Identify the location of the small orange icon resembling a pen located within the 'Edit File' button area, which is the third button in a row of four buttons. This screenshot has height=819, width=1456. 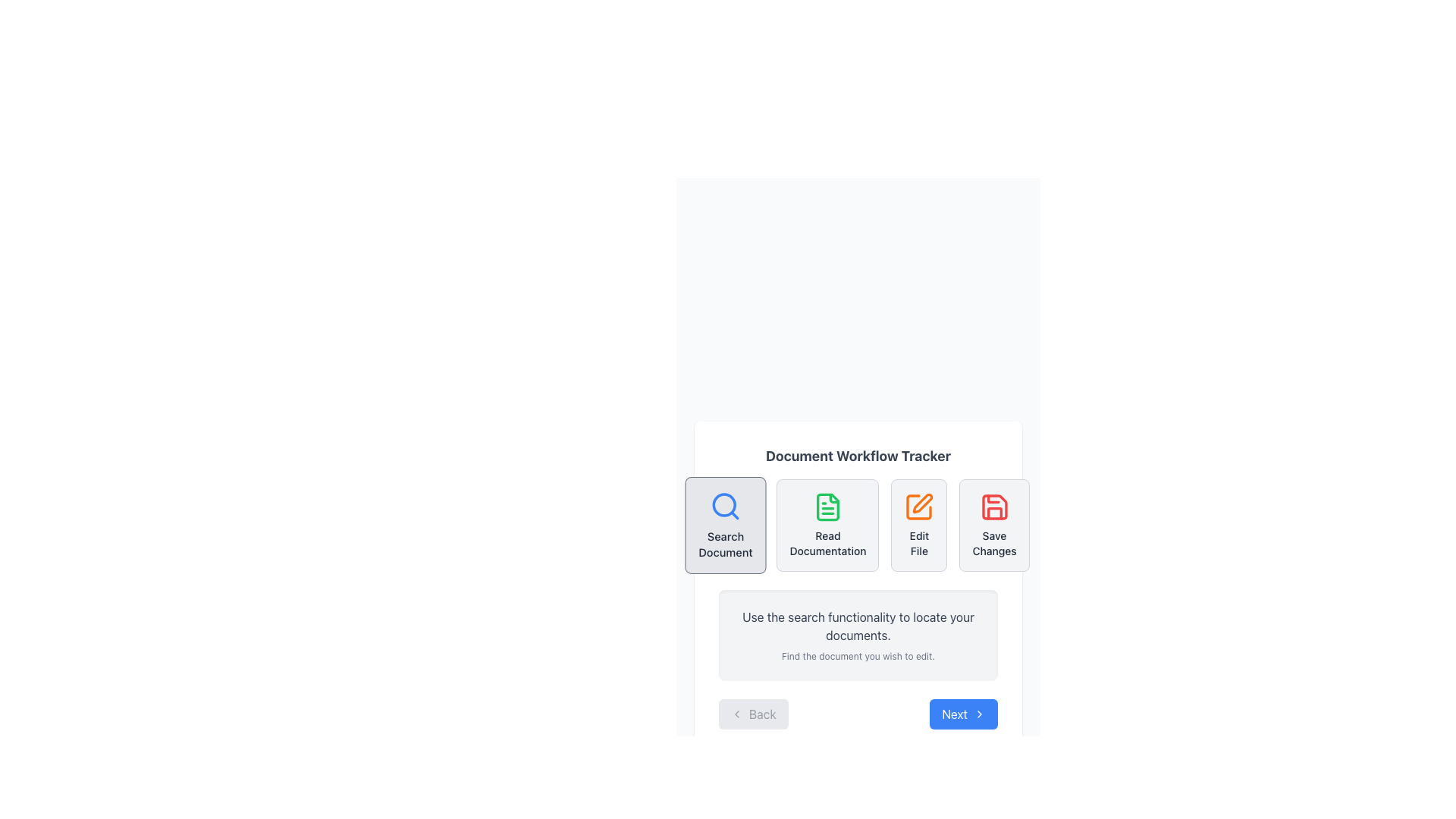
(922, 503).